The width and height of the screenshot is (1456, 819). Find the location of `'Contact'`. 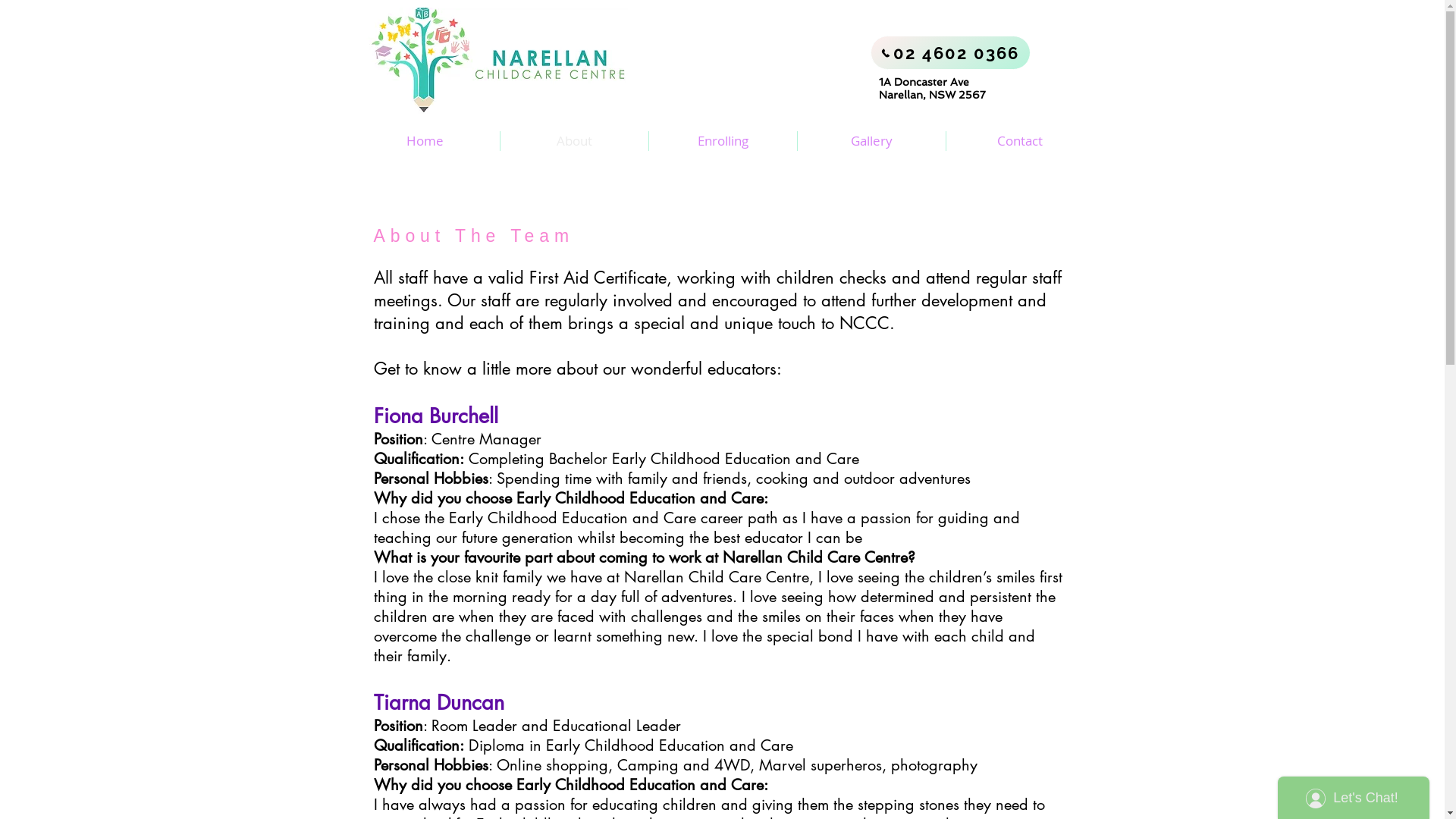

'Contact' is located at coordinates (1020, 140).